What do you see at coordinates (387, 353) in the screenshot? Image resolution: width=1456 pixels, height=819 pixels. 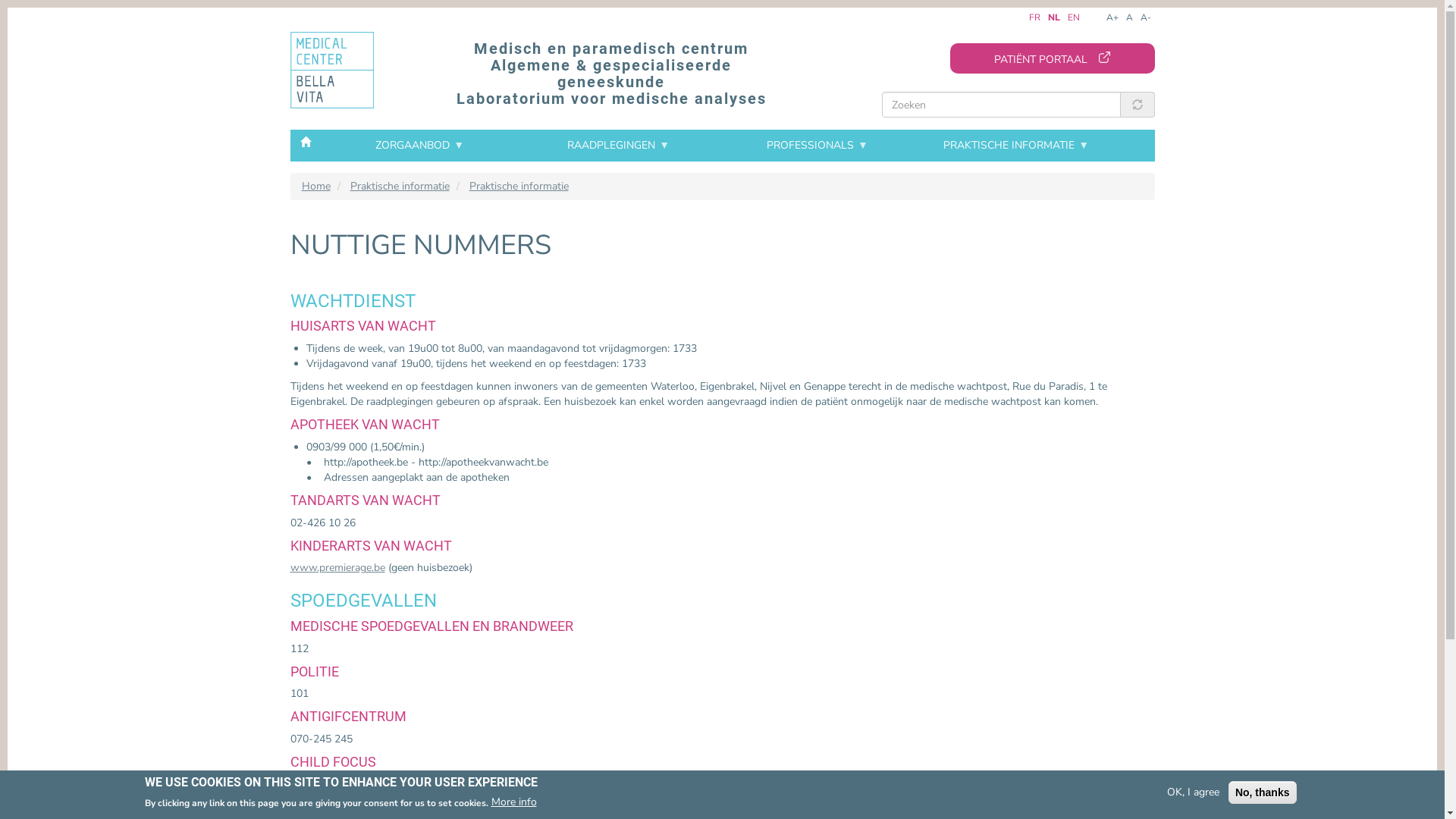 I see `'CONTACTEER ONS'` at bounding box center [387, 353].